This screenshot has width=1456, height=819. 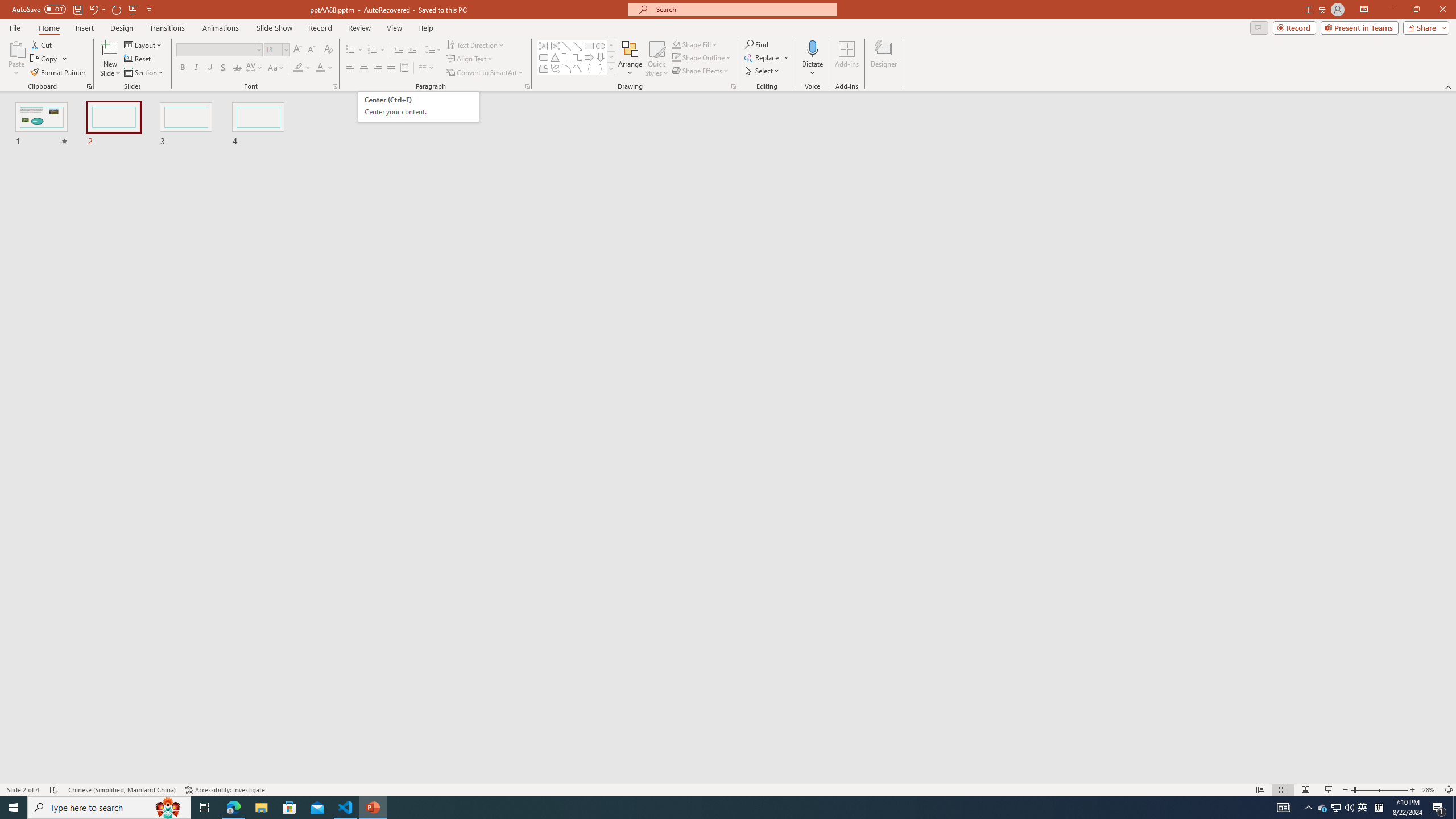 What do you see at coordinates (399, 49) in the screenshot?
I see `'Decrease Indent'` at bounding box center [399, 49].